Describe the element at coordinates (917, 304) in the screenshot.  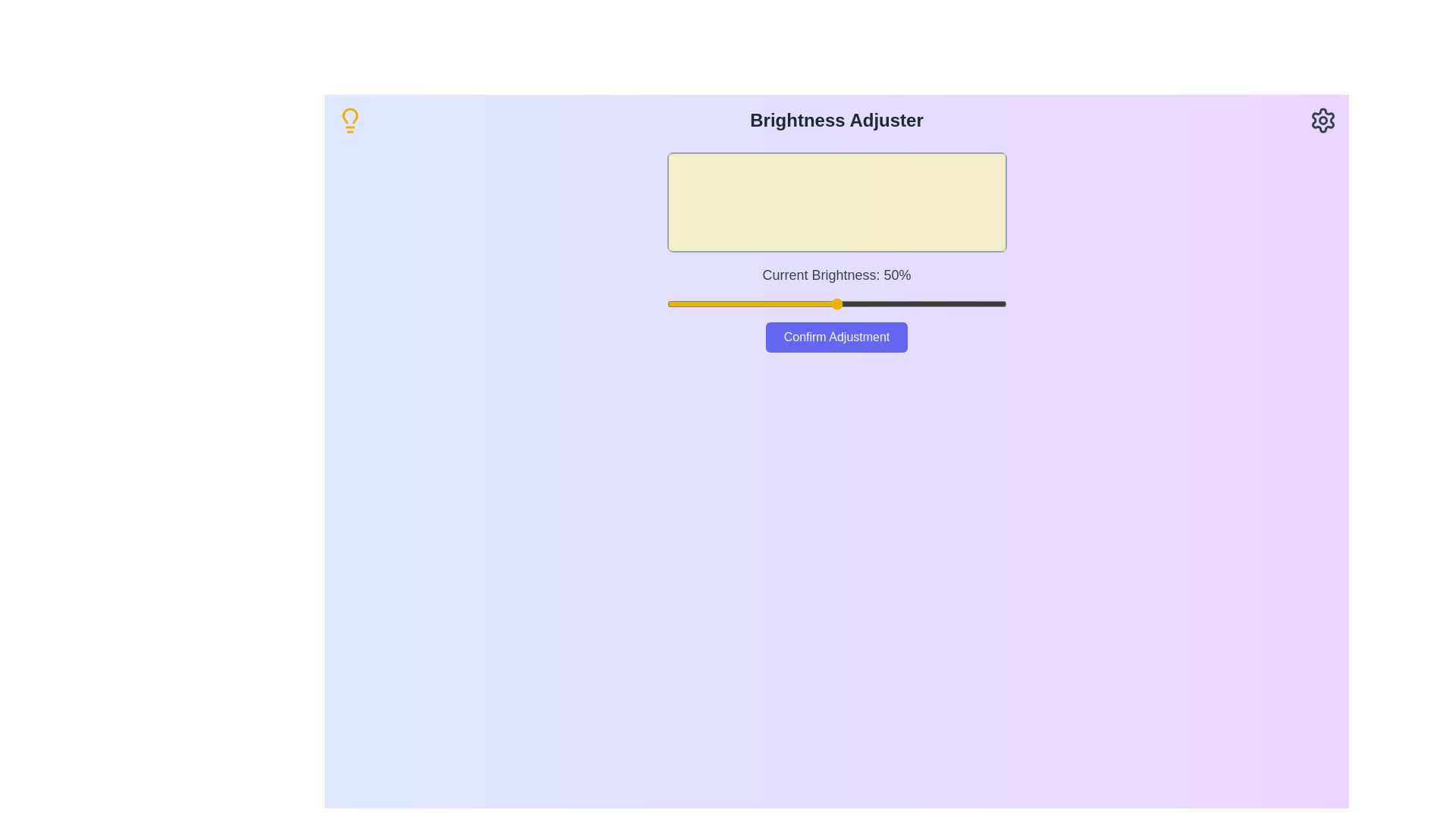
I see `the brightness slider to 74%` at that location.